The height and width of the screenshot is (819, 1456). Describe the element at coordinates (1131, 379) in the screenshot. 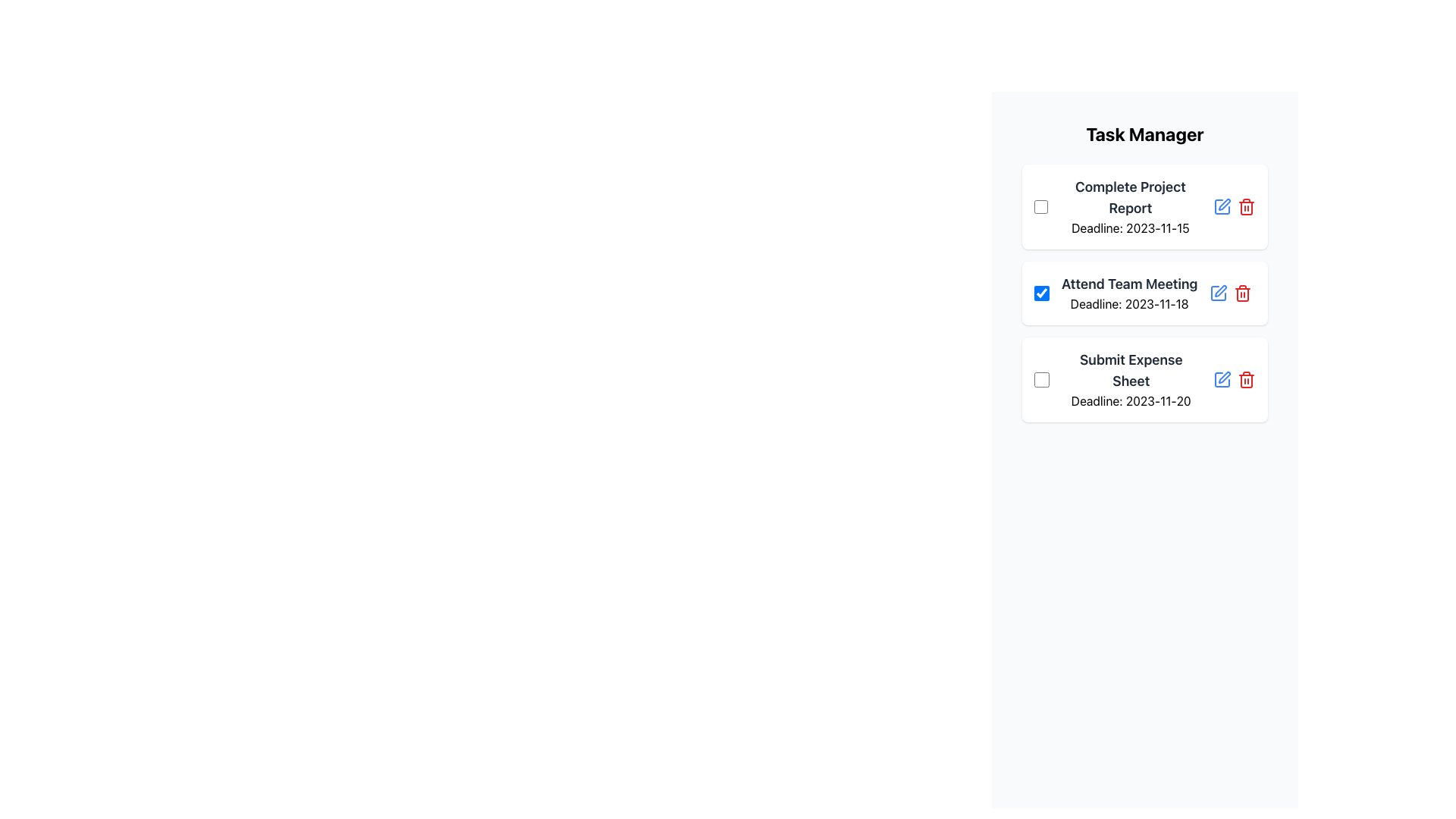

I see `task title and deadline information from the textual element located in the center of the third task card under 'Task Manager', positioned between a checkbox and action icons` at that location.